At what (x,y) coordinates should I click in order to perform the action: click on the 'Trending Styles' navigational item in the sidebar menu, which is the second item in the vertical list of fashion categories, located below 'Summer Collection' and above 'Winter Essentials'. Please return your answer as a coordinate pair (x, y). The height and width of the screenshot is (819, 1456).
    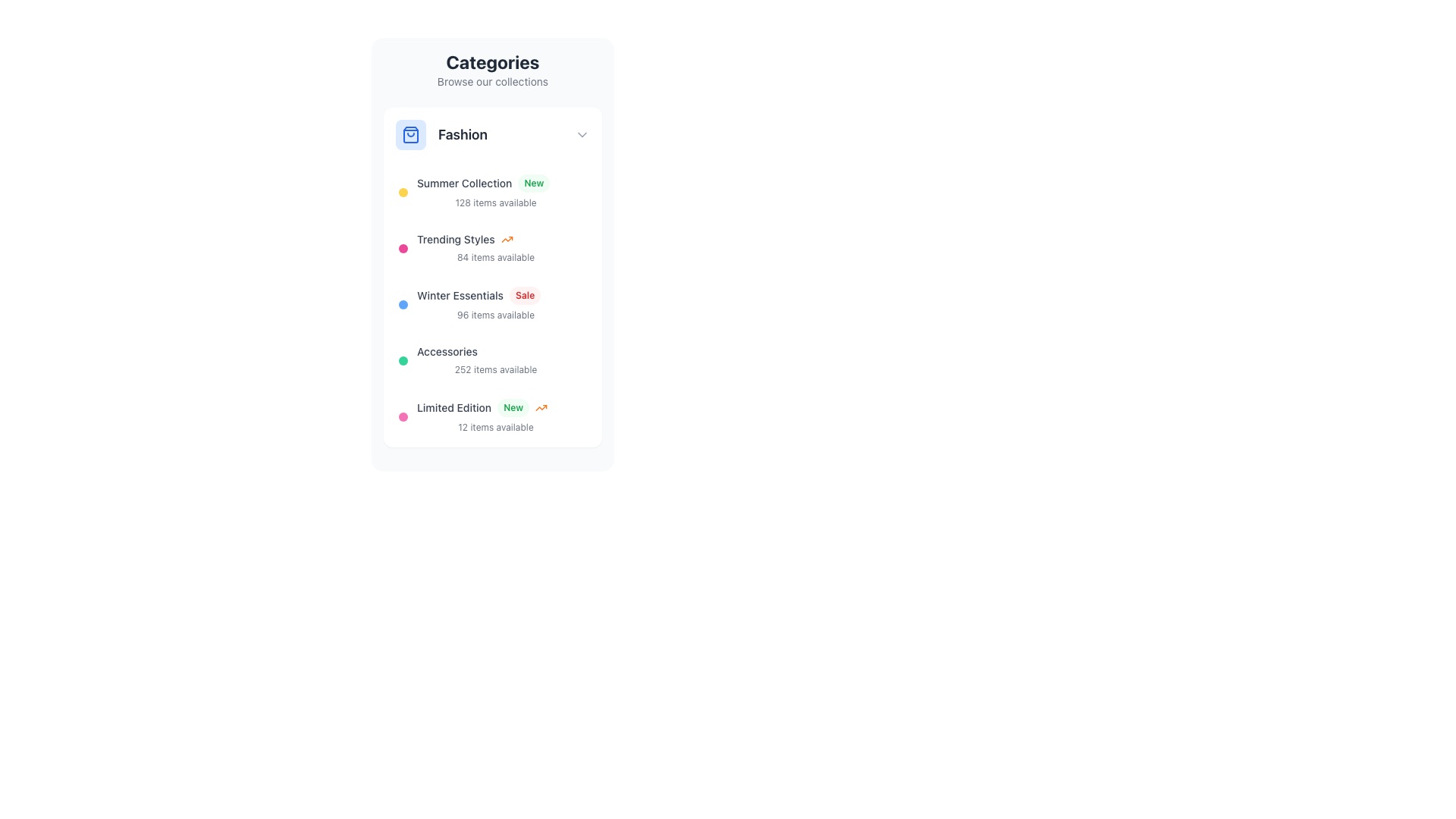
    Looking at the image, I should click on (495, 247).